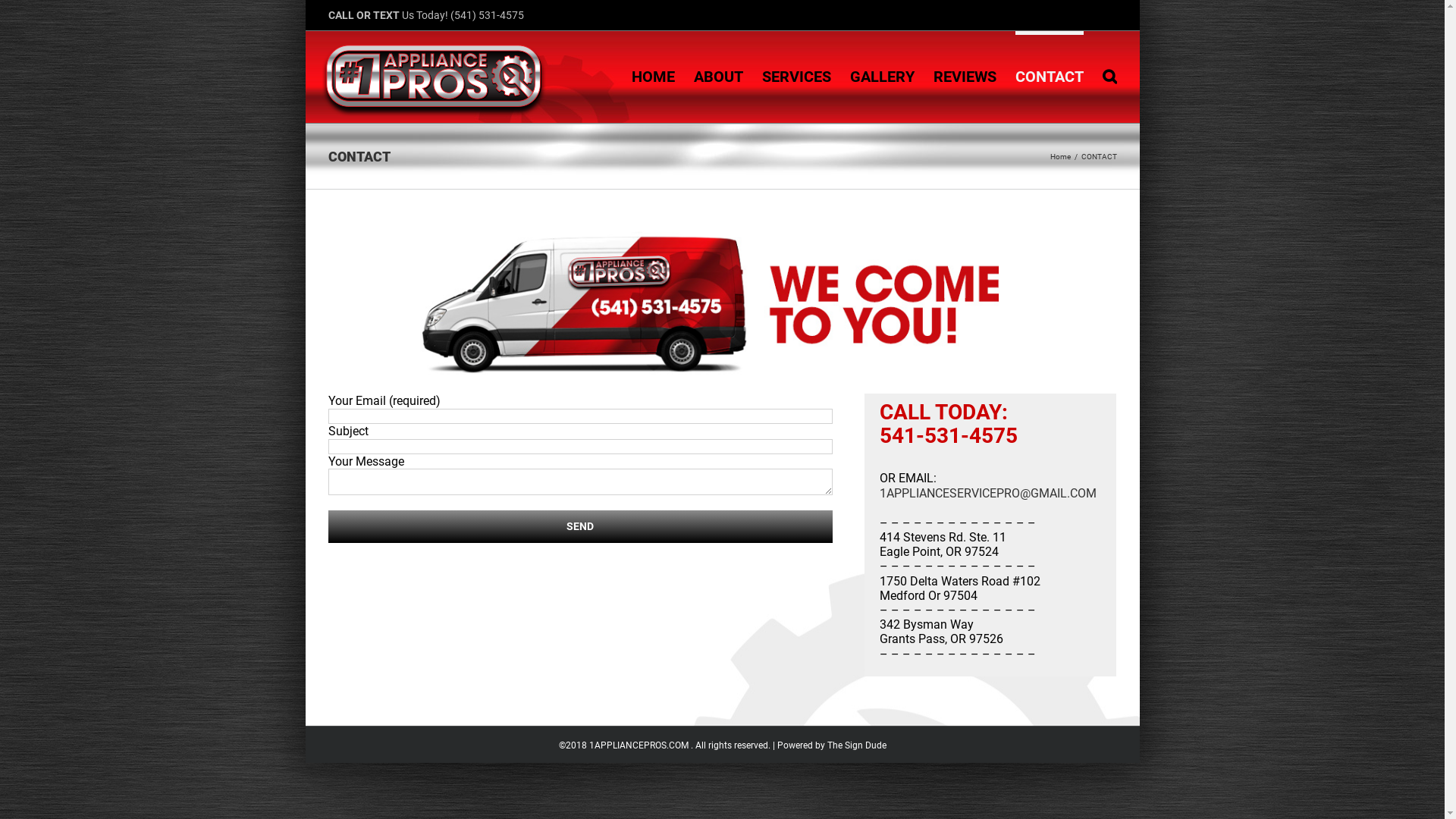 This screenshot has width=1456, height=819. What do you see at coordinates (1059, 155) in the screenshot?
I see `'Home'` at bounding box center [1059, 155].